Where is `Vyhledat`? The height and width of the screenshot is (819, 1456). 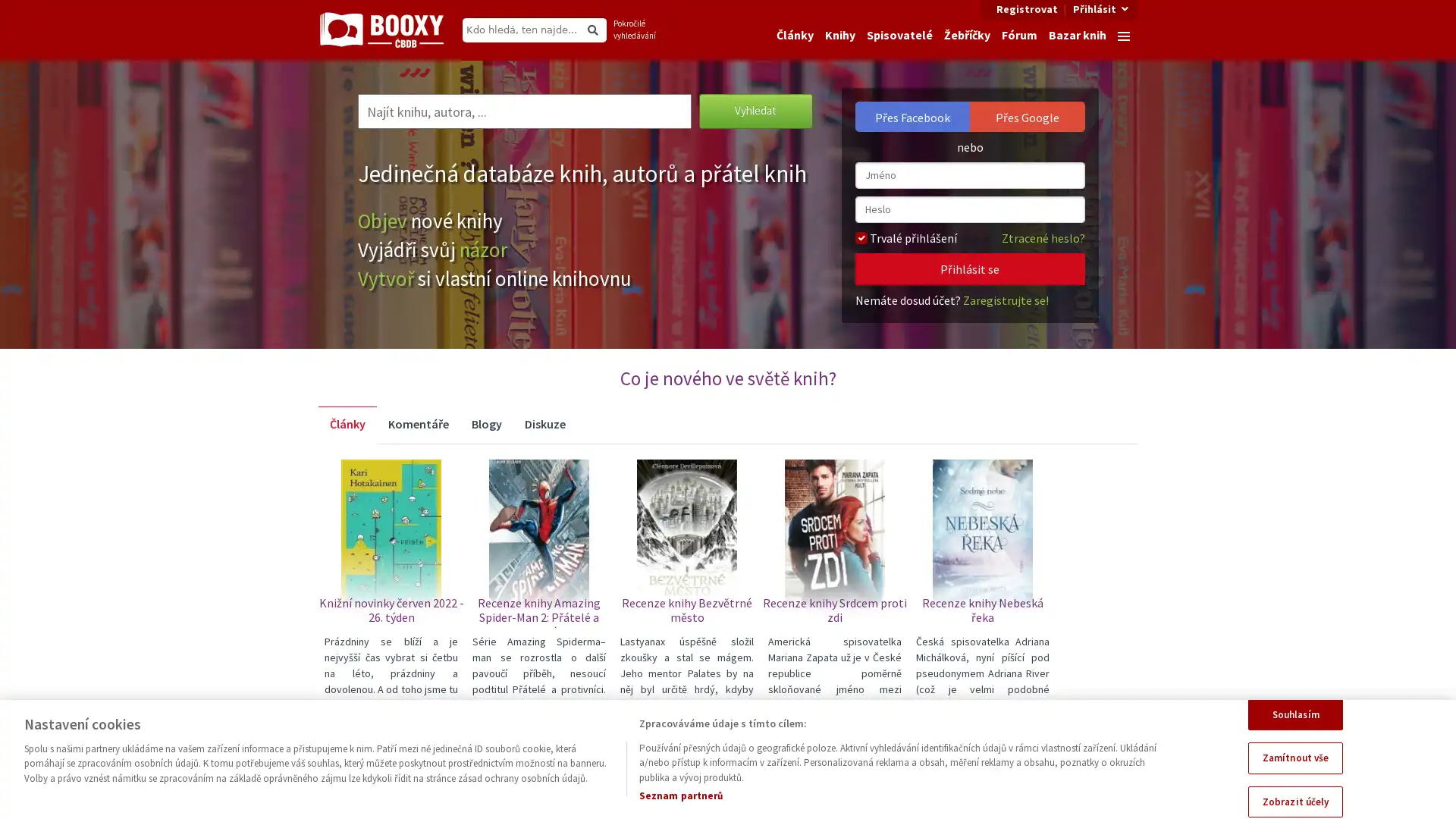 Vyhledat is located at coordinates (755, 110).